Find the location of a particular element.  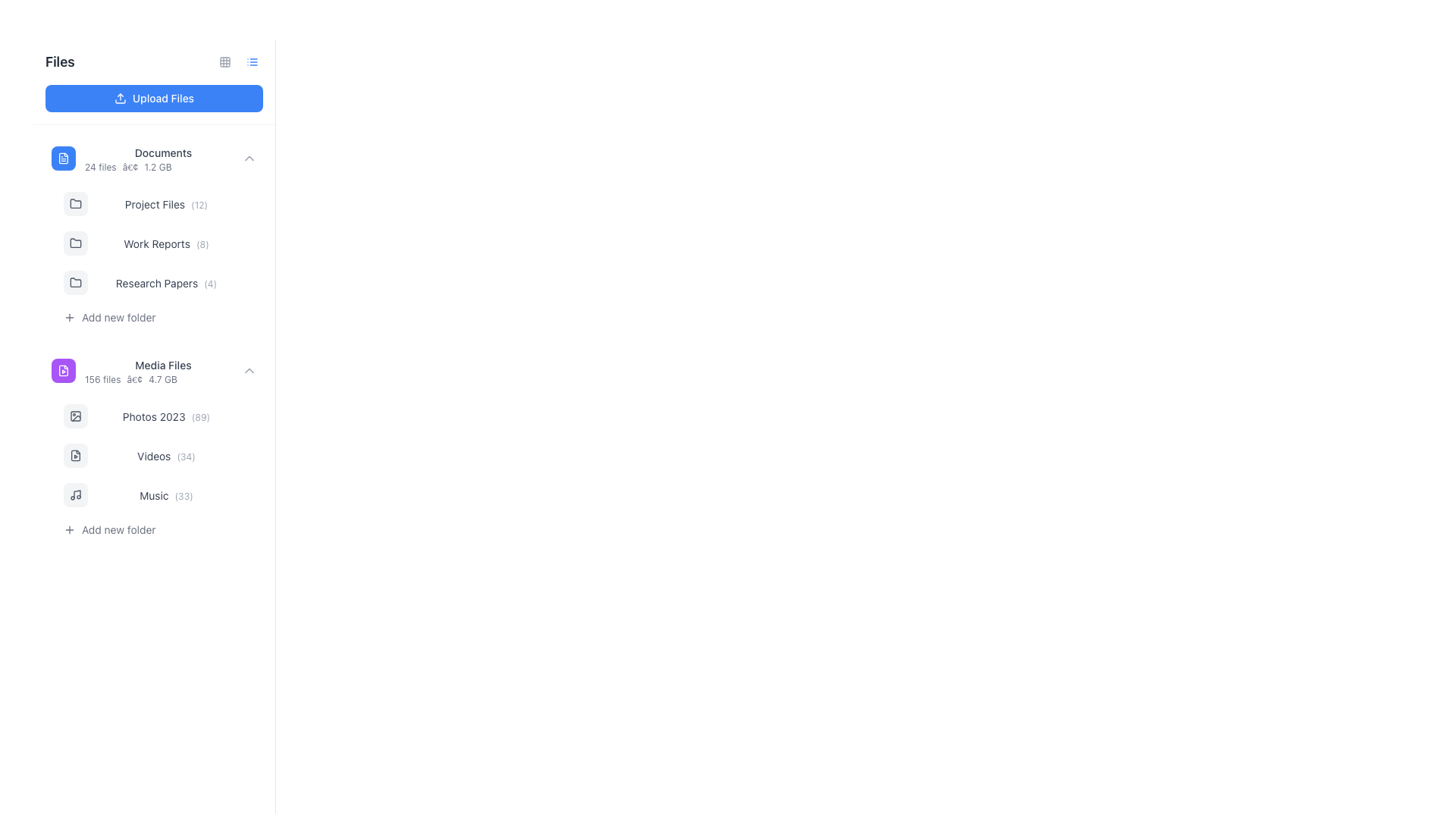

the upload files icon located near the left-center inside the blue 'Upload Files' button in the upper part of the sidebar is located at coordinates (119, 99).